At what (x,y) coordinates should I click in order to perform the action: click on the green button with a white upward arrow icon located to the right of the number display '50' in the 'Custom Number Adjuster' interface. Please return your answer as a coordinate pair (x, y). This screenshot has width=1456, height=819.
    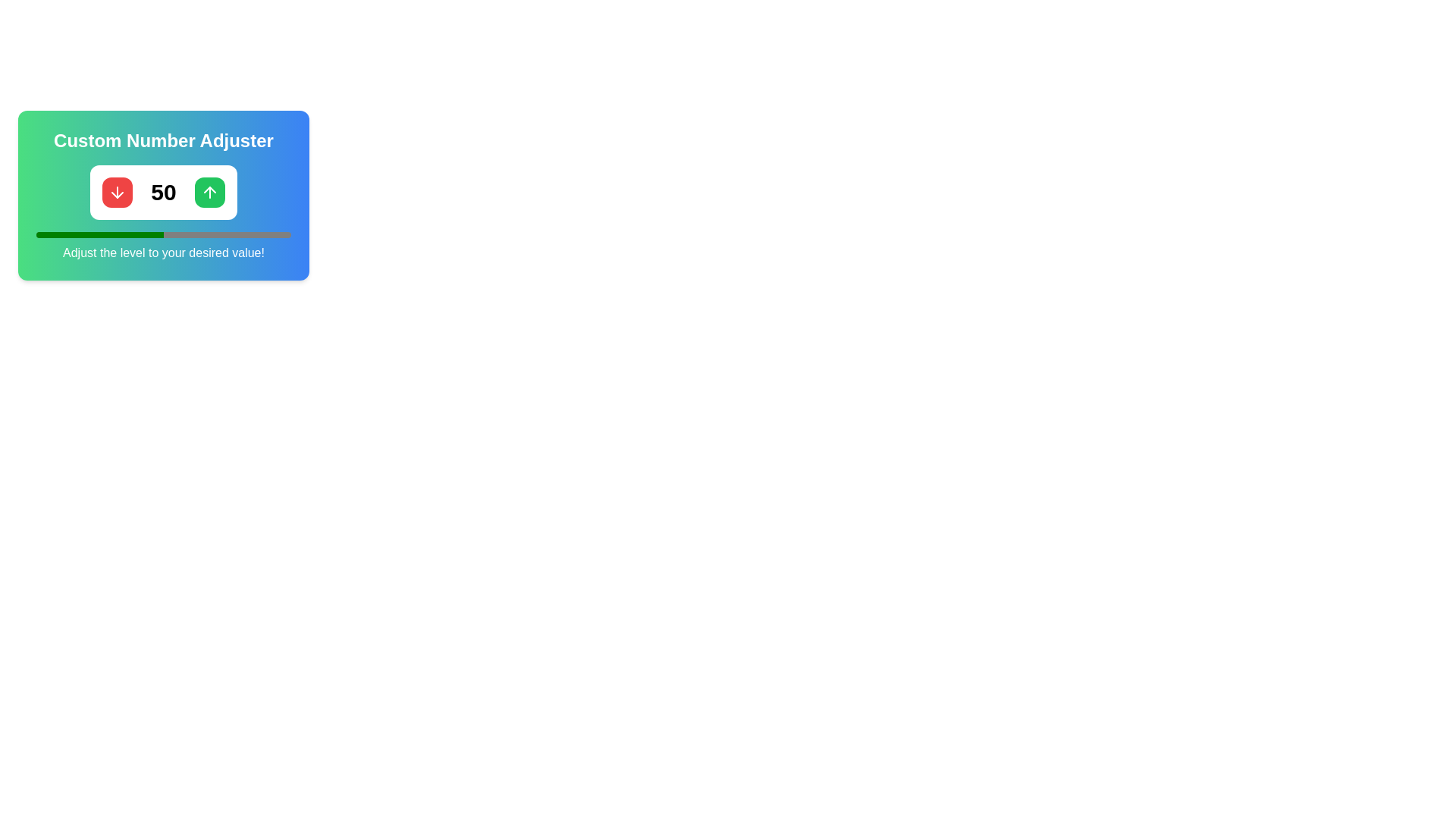
    Looking at the image, I should click on (209, 192).